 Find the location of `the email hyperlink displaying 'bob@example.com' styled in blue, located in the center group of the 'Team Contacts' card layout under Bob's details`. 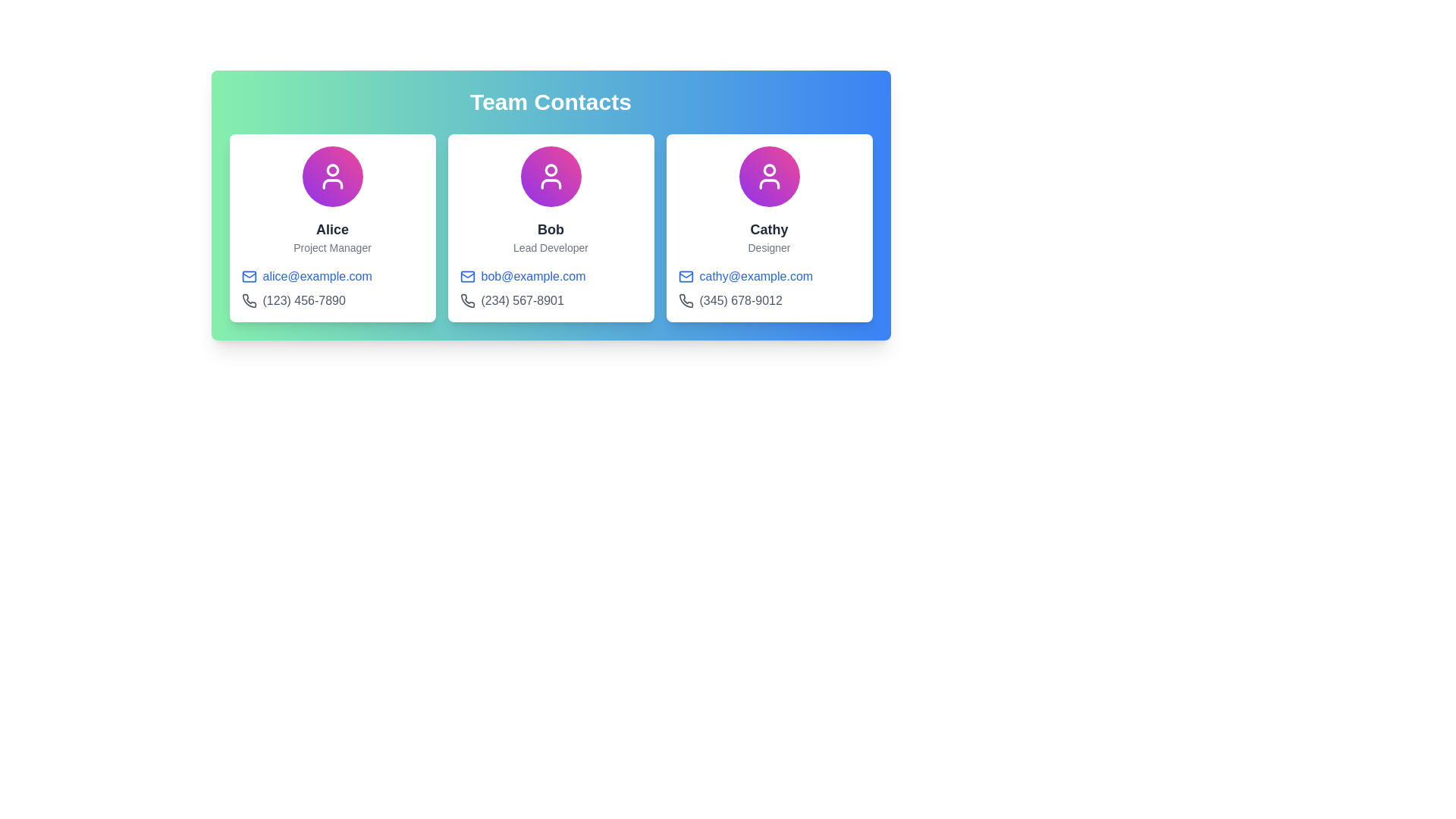

the email hyperlink displaying 'bob@example.com' styled in blue, located in the center group of the 'Team Contacts' card layout under Bob's details is located at coordinates (550, 277).